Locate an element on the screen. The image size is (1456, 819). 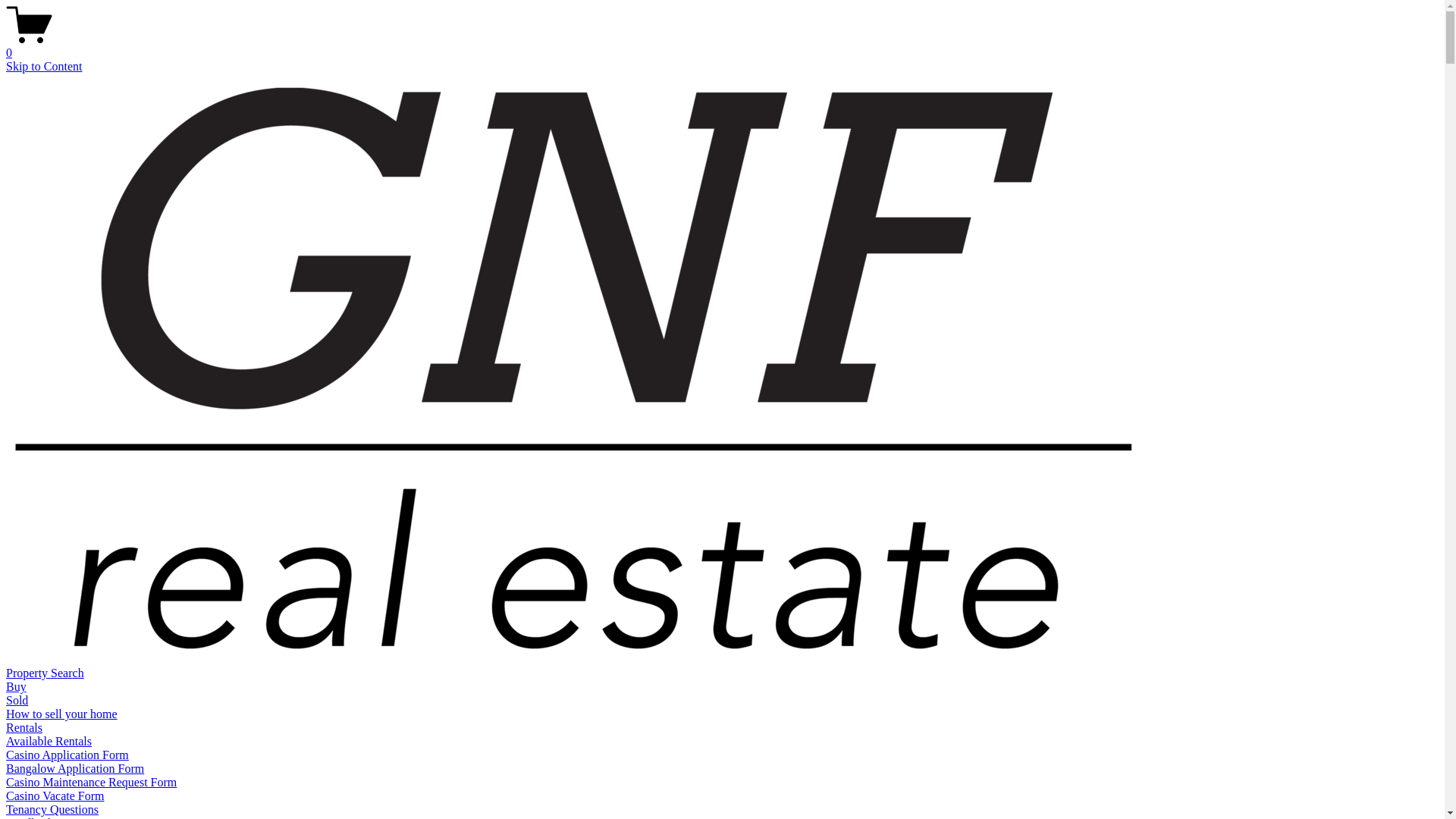
'0' is located at coordinates (721, 45).